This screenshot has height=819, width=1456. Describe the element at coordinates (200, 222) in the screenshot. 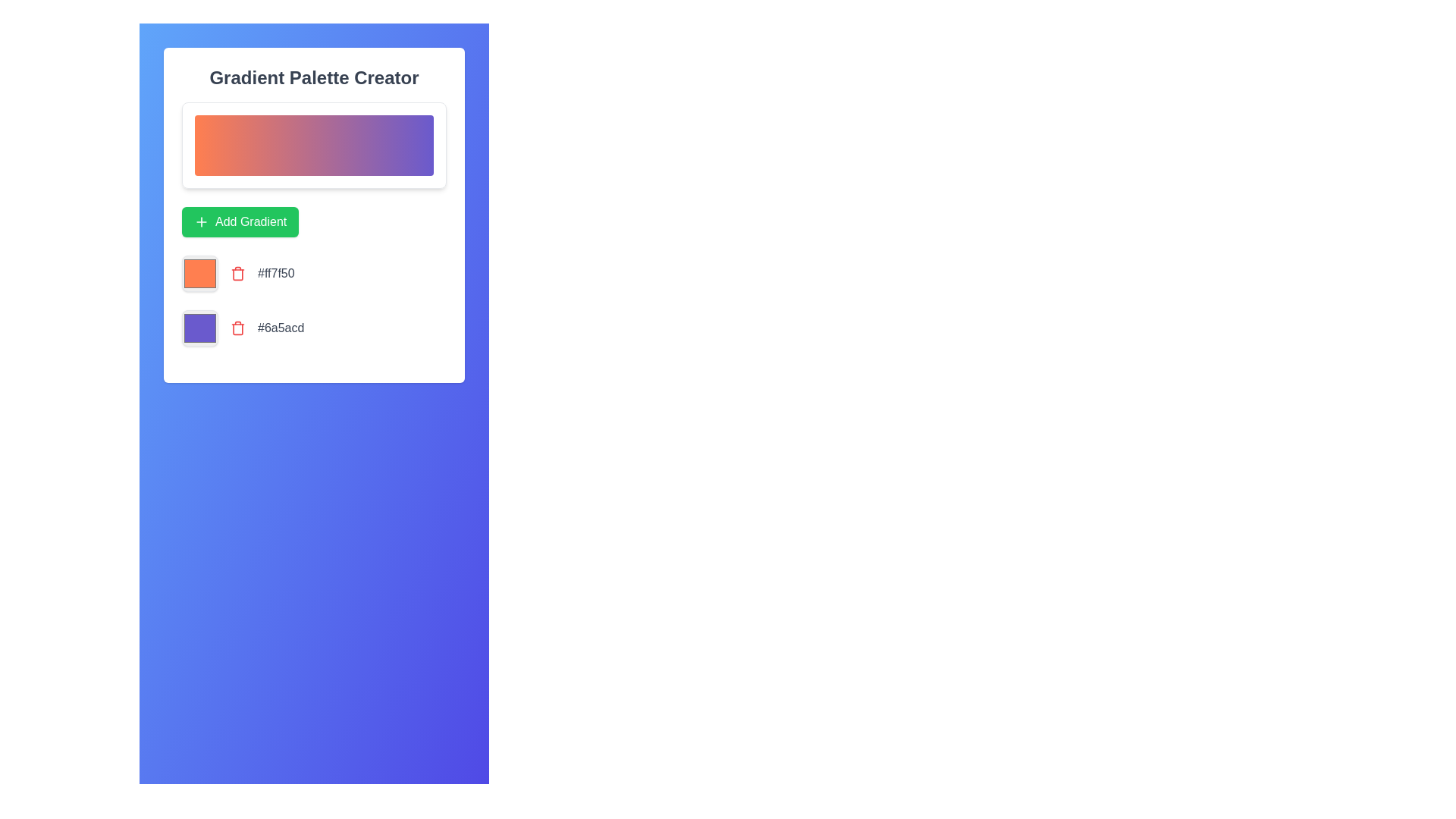

I see `the 'Add Gradient' green button, which contains the icon representing an 'add' action` at that location.